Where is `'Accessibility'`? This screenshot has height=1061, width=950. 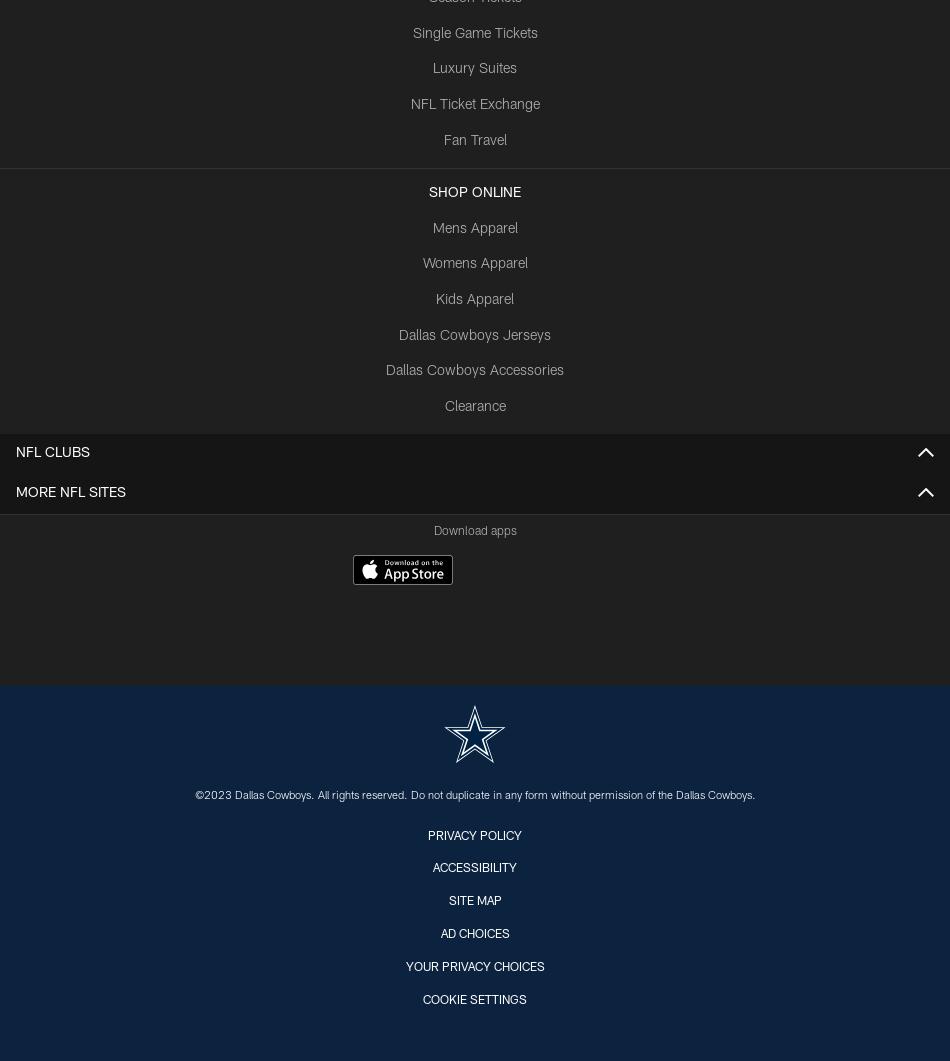
'Accessibility' is located at coordinates (475, 868).